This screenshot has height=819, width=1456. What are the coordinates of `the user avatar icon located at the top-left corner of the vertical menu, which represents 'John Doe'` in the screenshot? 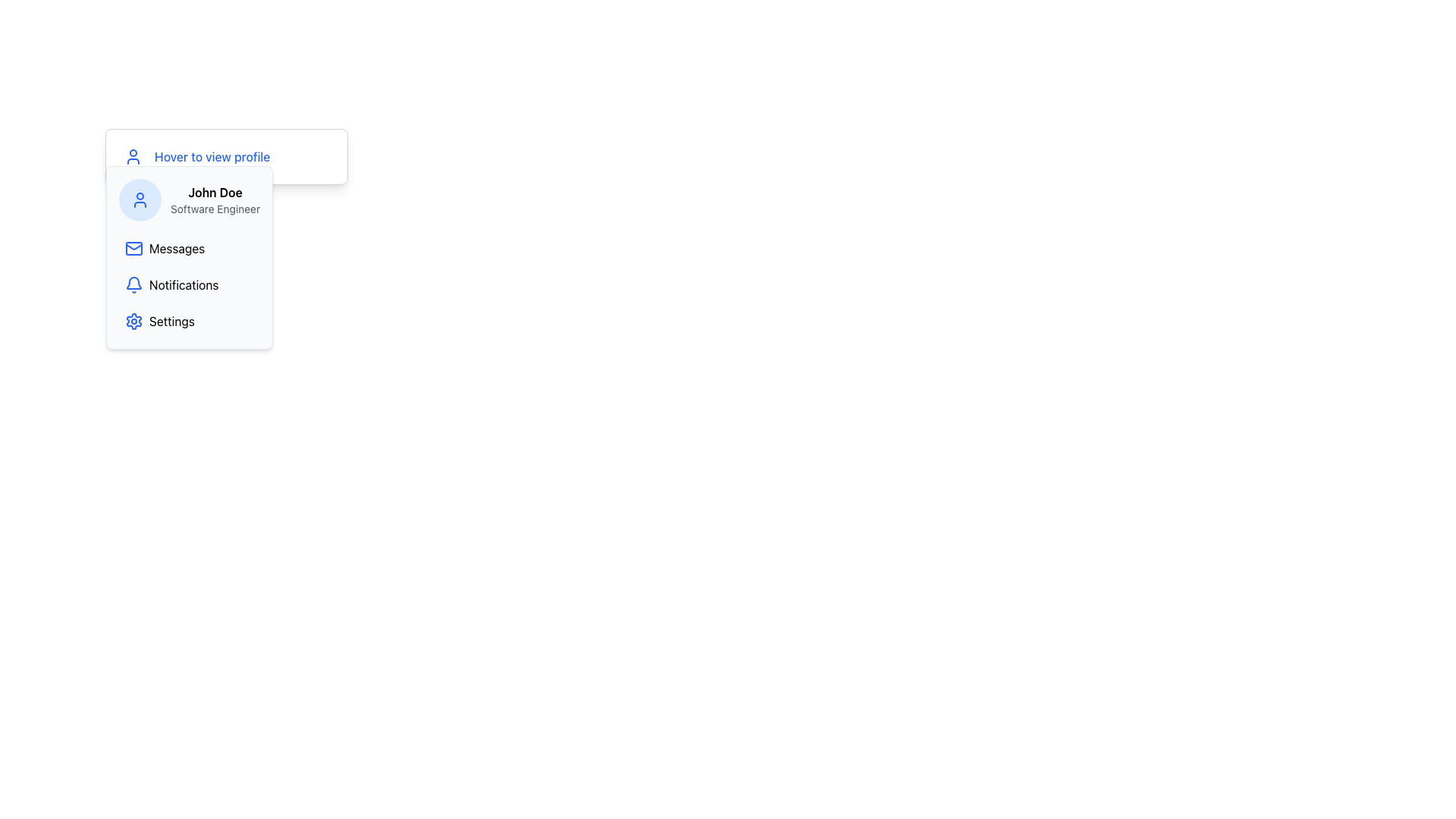 It's located at (140, 199).